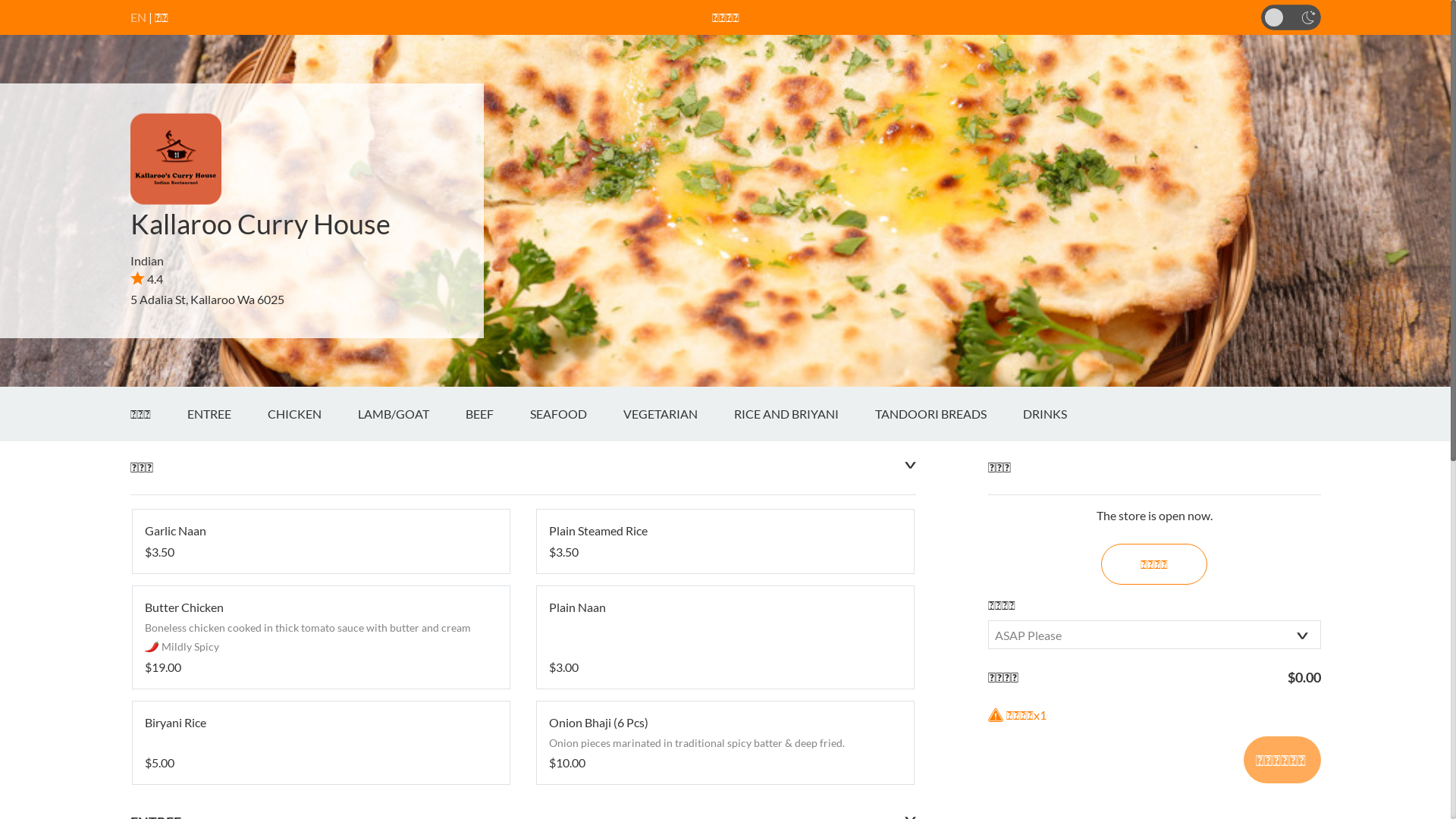 Image resolution: width=1456 pixels, height=819 pixels. Describe the element at coordinates (724, 637) in the screenshot. I see `'Plain Naan` at that location.